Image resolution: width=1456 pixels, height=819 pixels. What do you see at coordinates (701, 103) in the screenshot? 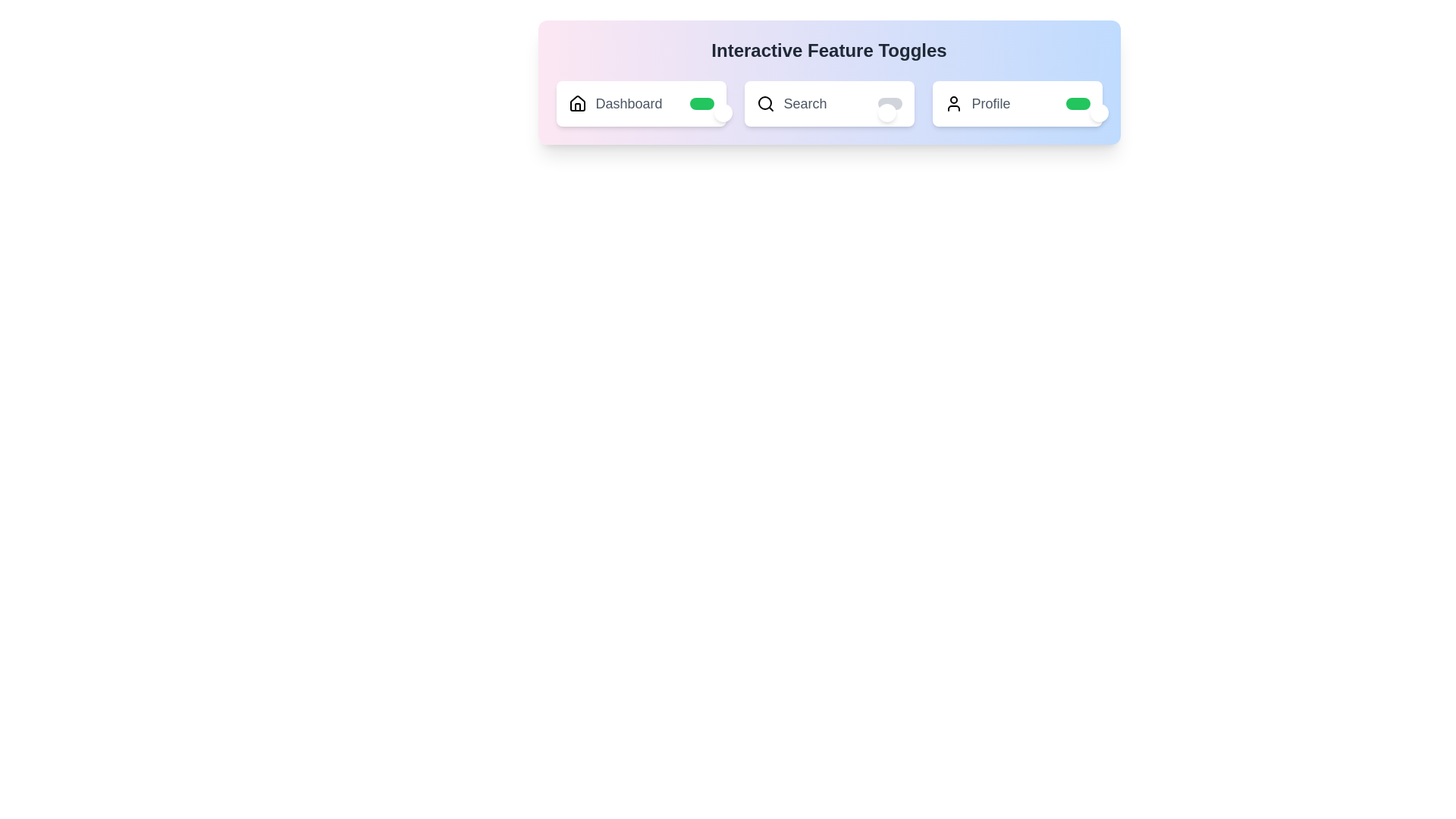
I see `the toggle switch for the Dashboard to toggle its state` at bounding box center [701, 103].